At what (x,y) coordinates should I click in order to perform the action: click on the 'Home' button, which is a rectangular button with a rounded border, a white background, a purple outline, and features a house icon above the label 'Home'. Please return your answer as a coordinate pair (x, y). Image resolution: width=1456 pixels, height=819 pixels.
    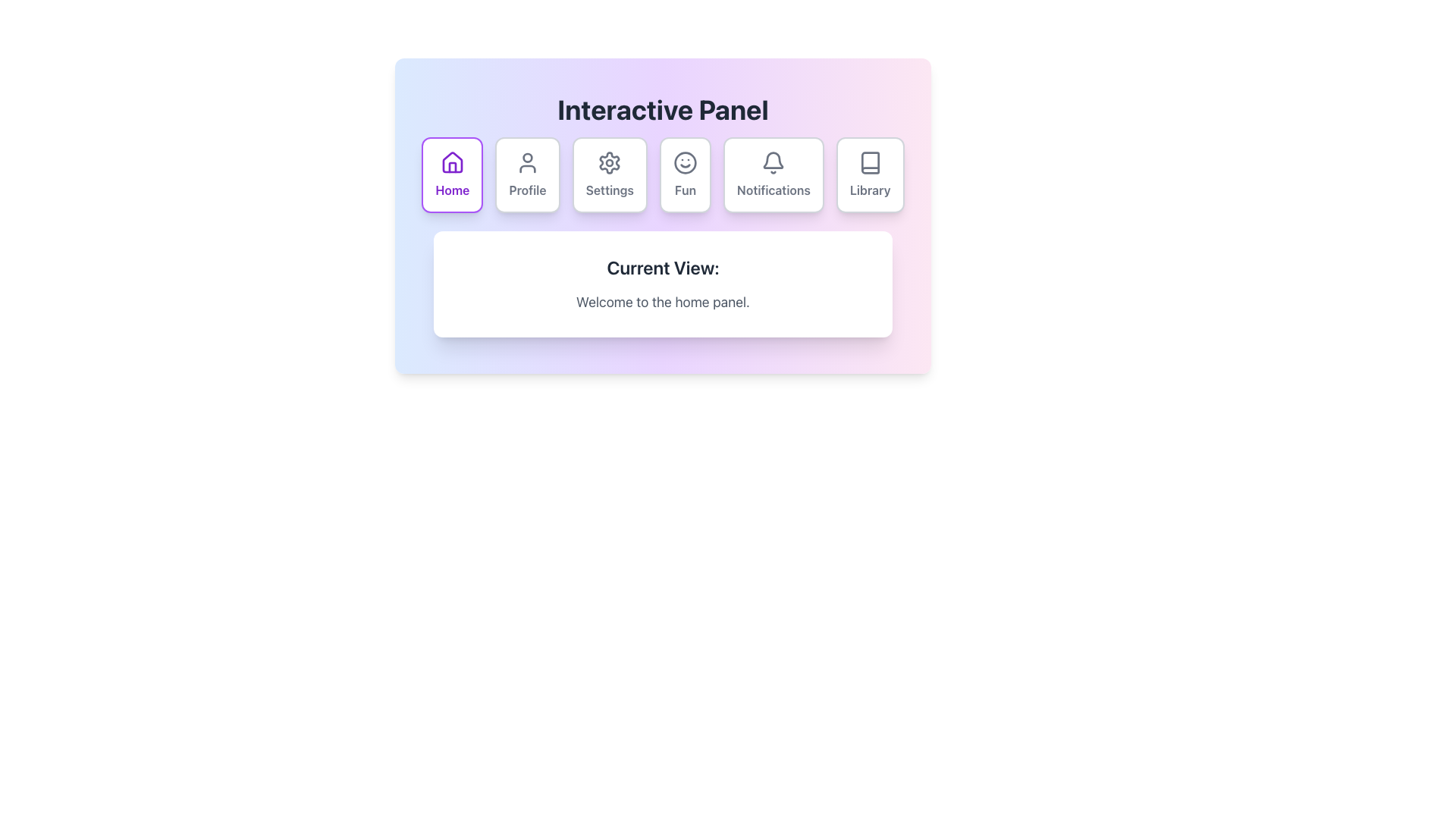
    Looking at the image, I should click on (451, 174).